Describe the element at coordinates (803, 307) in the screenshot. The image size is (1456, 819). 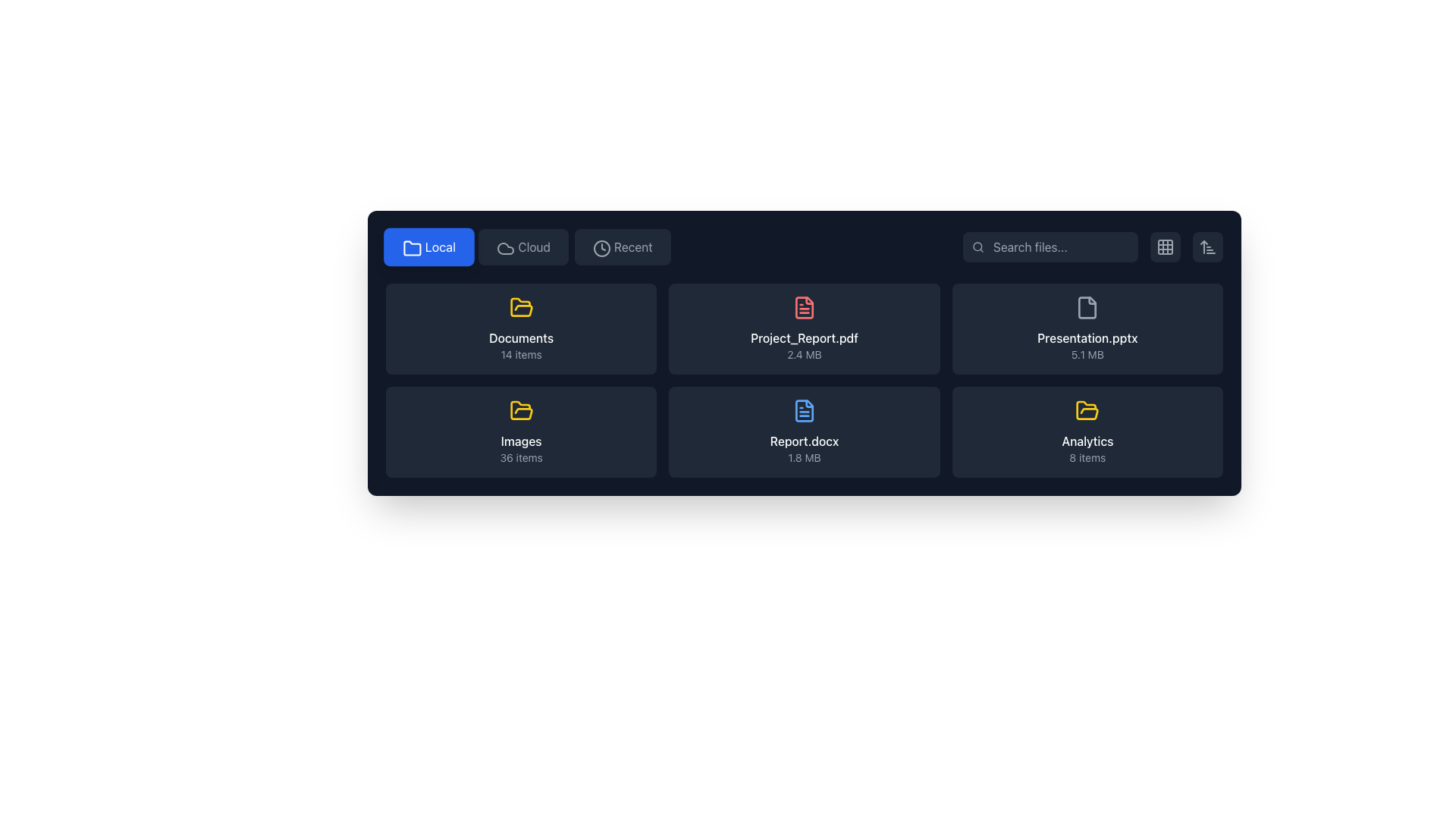
I see `the icon representing the 'Project_Report.pdf' file` at that location.